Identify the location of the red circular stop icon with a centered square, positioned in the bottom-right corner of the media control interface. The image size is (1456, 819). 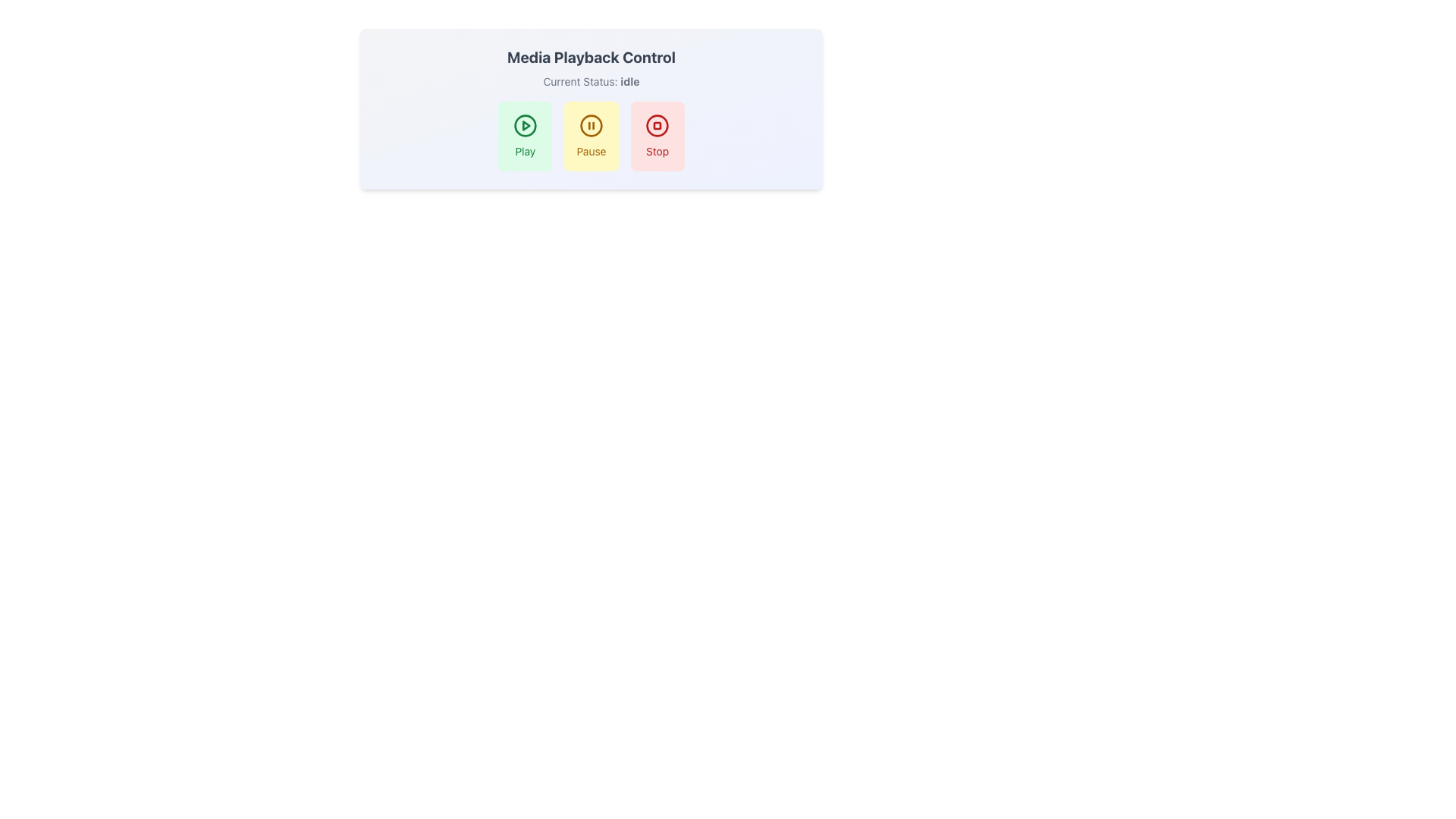
(657, 124).